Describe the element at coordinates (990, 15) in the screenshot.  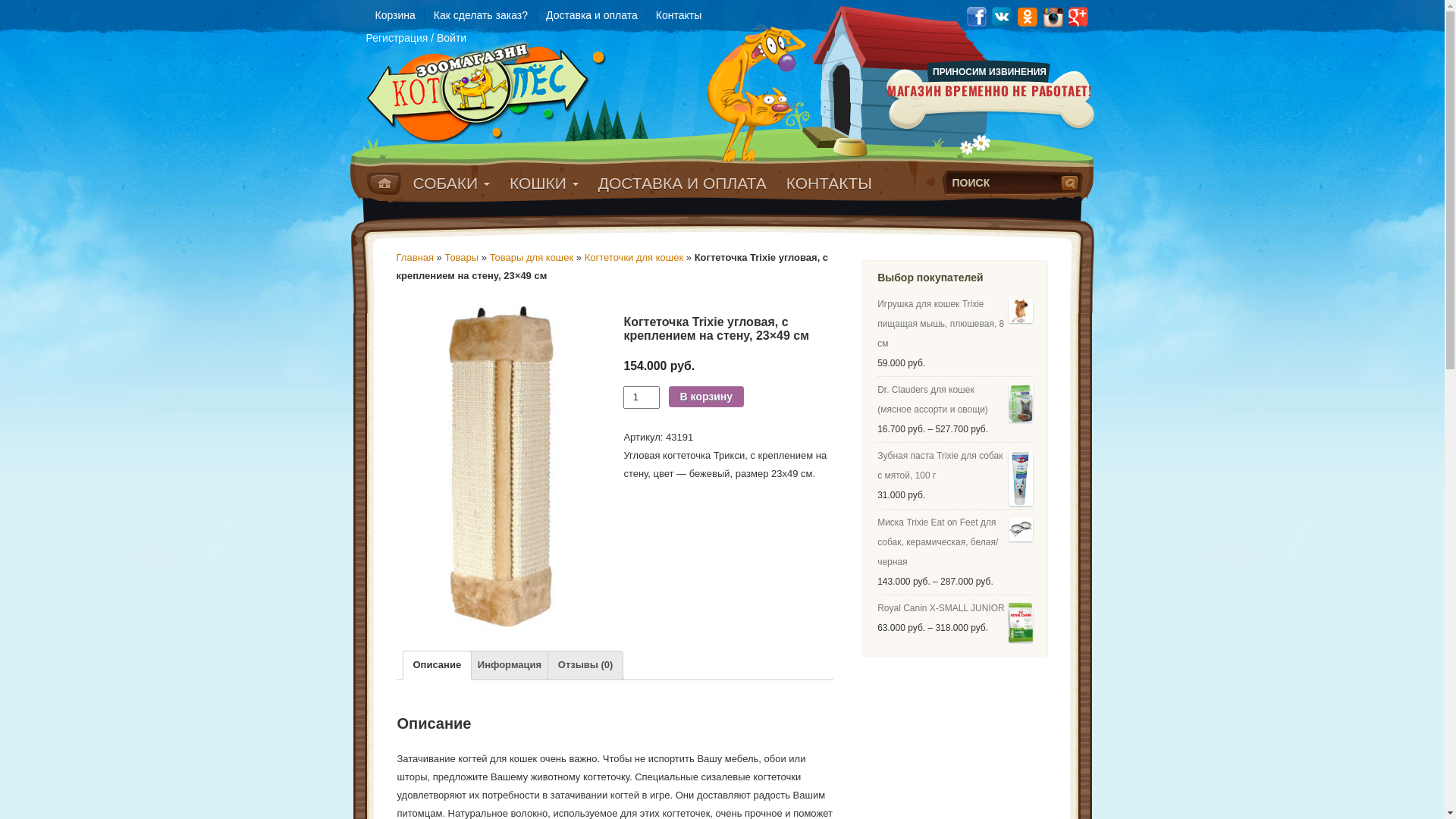
I see `'Vkontakte'` at that location.